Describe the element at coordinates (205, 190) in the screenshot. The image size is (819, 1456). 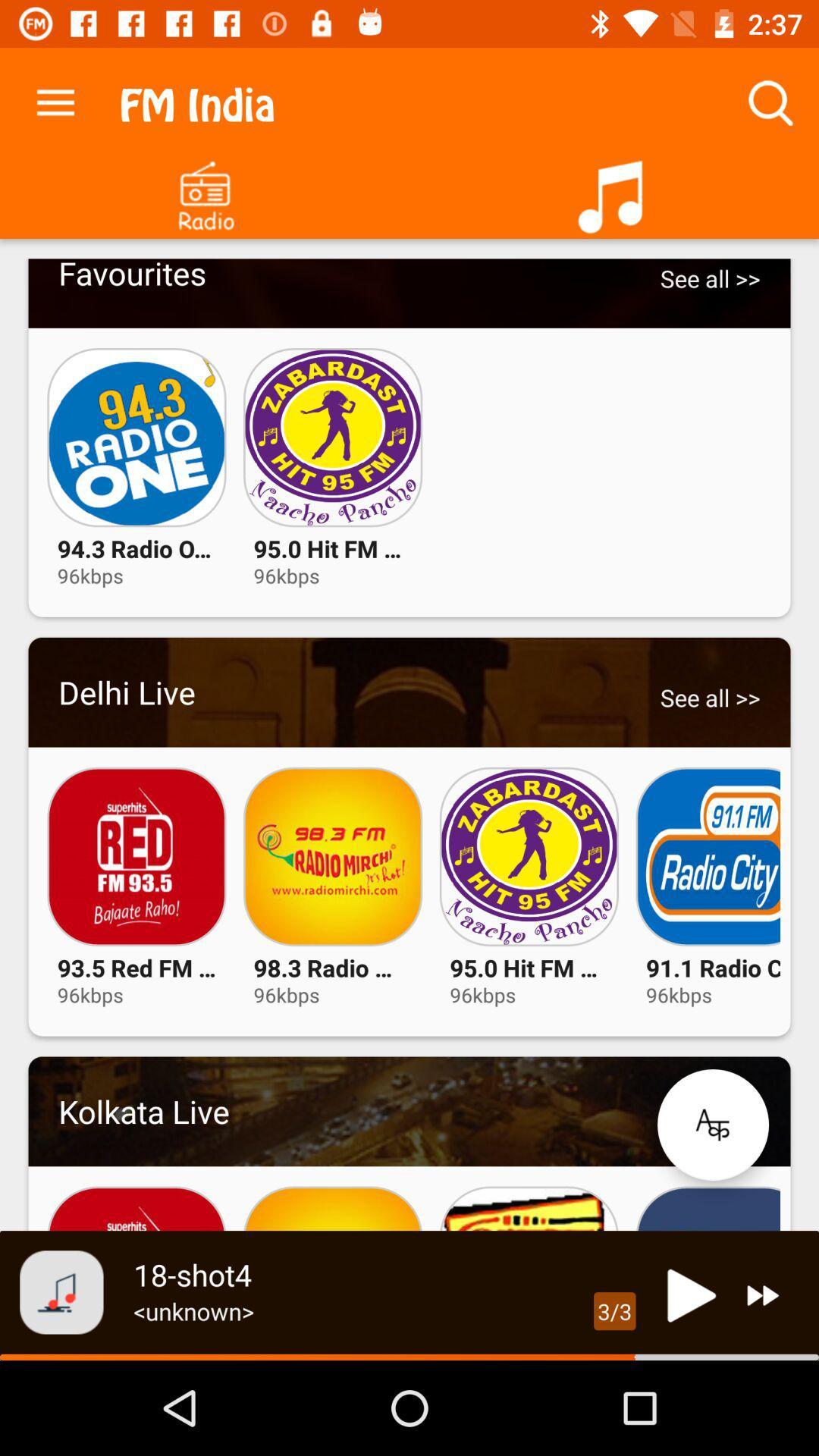
I see `radio` at that location.